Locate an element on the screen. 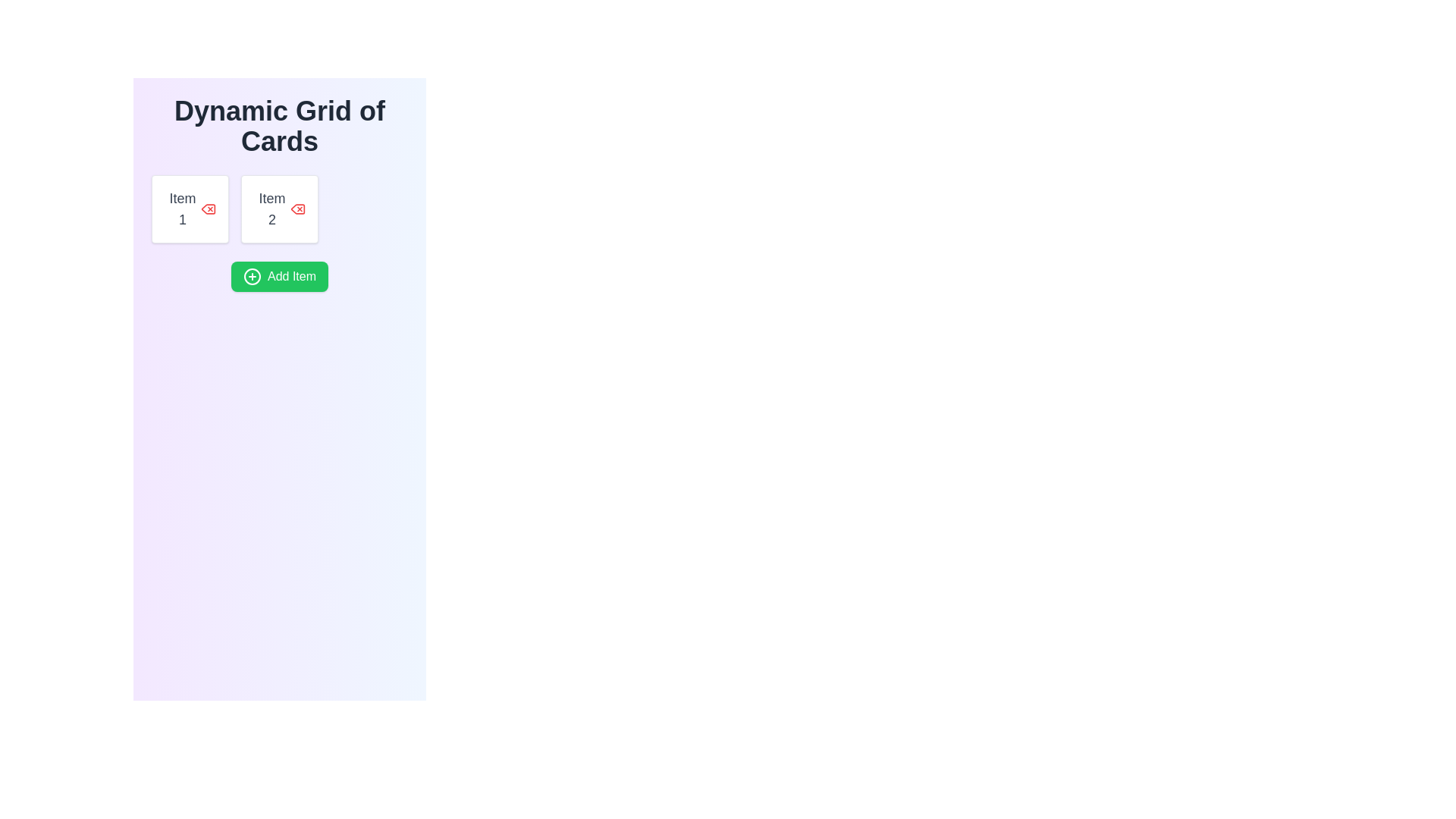 The height and width of the screenshot is (819, 1456). the red icon associated with the 'Item 2' card in the grid layout is located at coordinates (280, 209).